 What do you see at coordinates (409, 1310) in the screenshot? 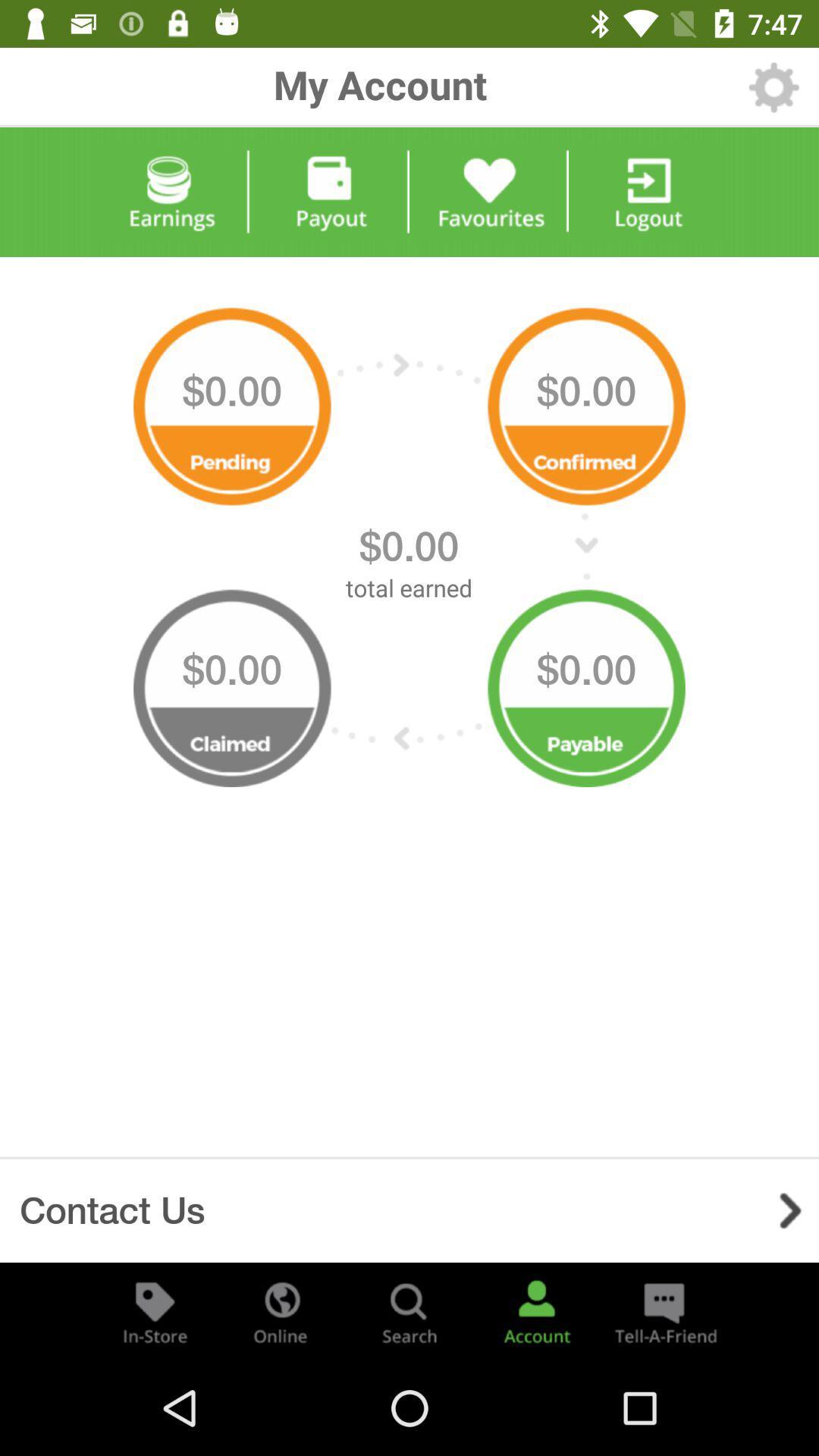
I see `look for something` at bounding box center [409, 1310].